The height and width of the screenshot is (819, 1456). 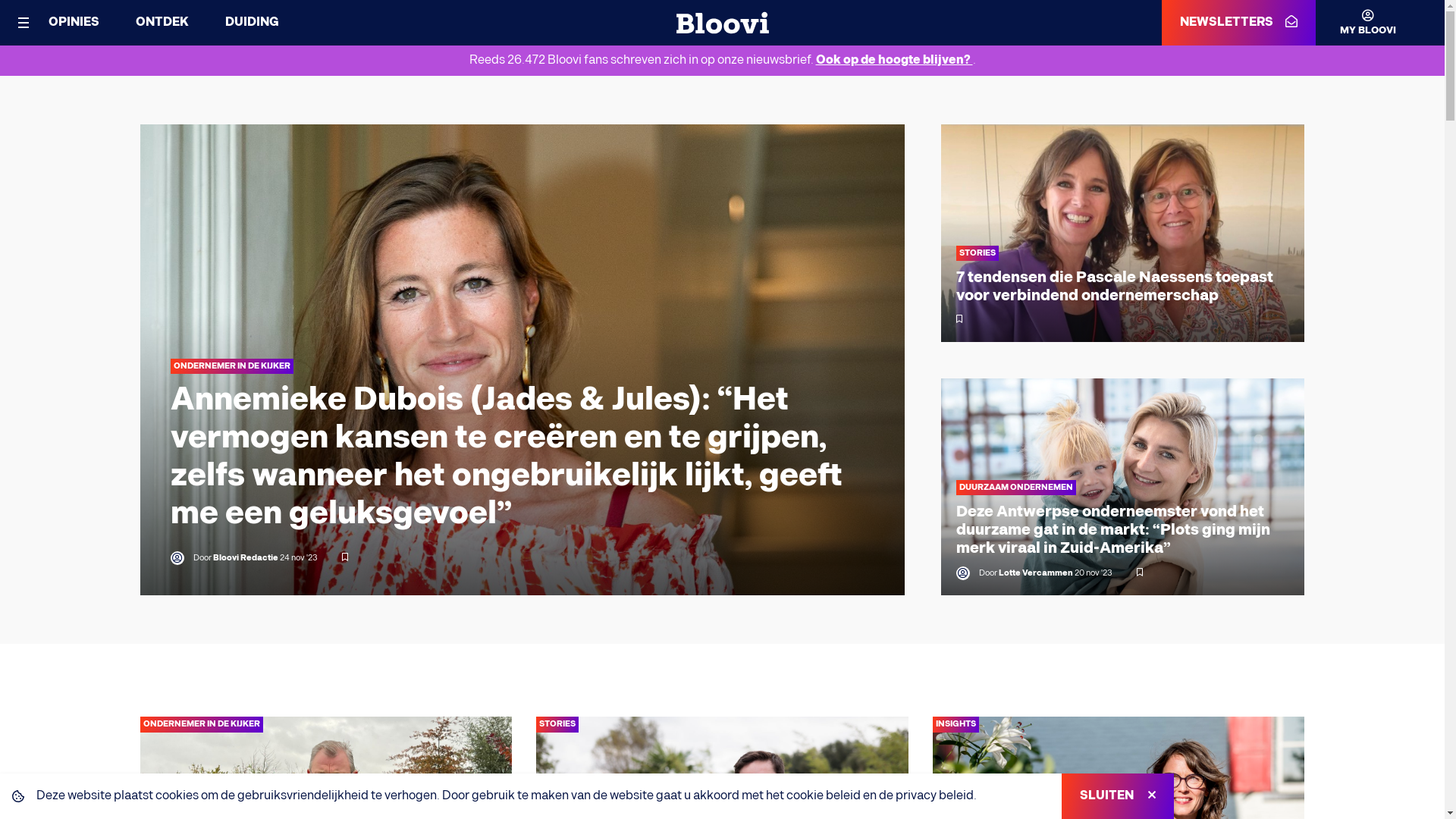 What do you see at coordinates (934, 795) in the screenshot?
I see `'privacy beleid'` at bounding box center [934, 795].